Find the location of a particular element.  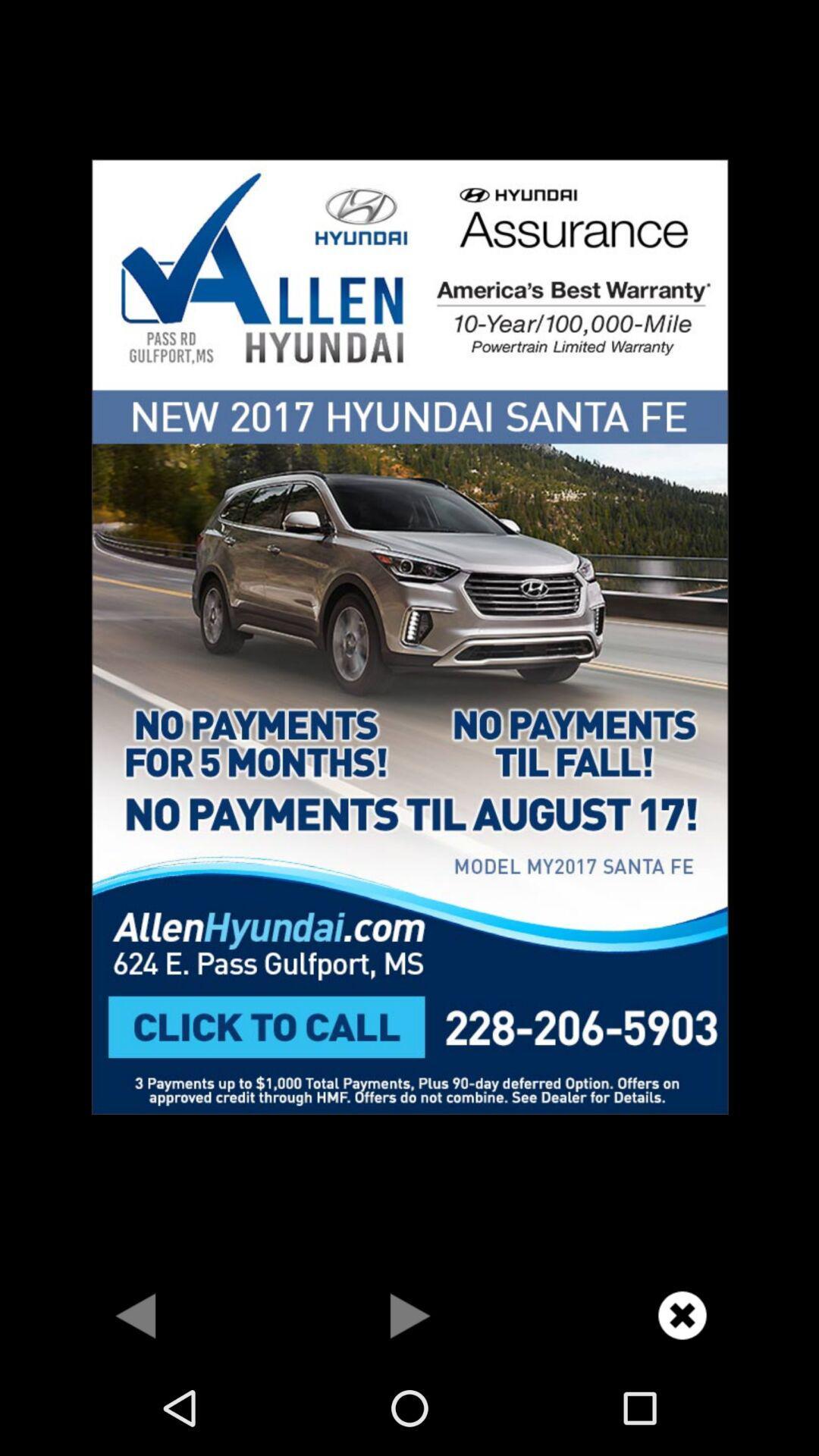

go forward is located at coordinates (409, 1314).